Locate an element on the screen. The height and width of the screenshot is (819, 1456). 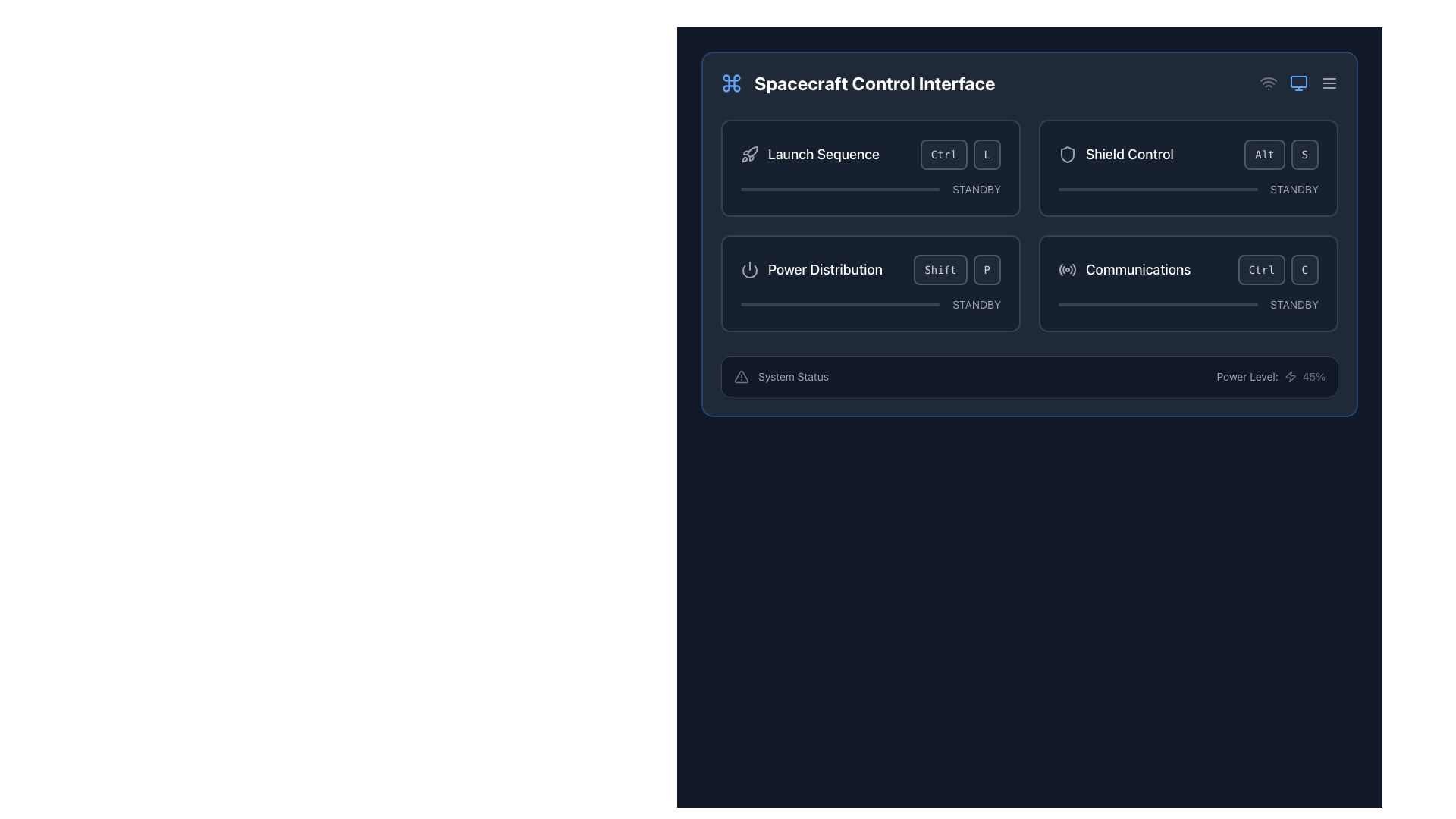
the Wi-Fi icon, which is the first icon in a group of three at the top-right corner of the interface, distinguished by its concentric arcs and small circle design is located at coordinates (1269, 83).